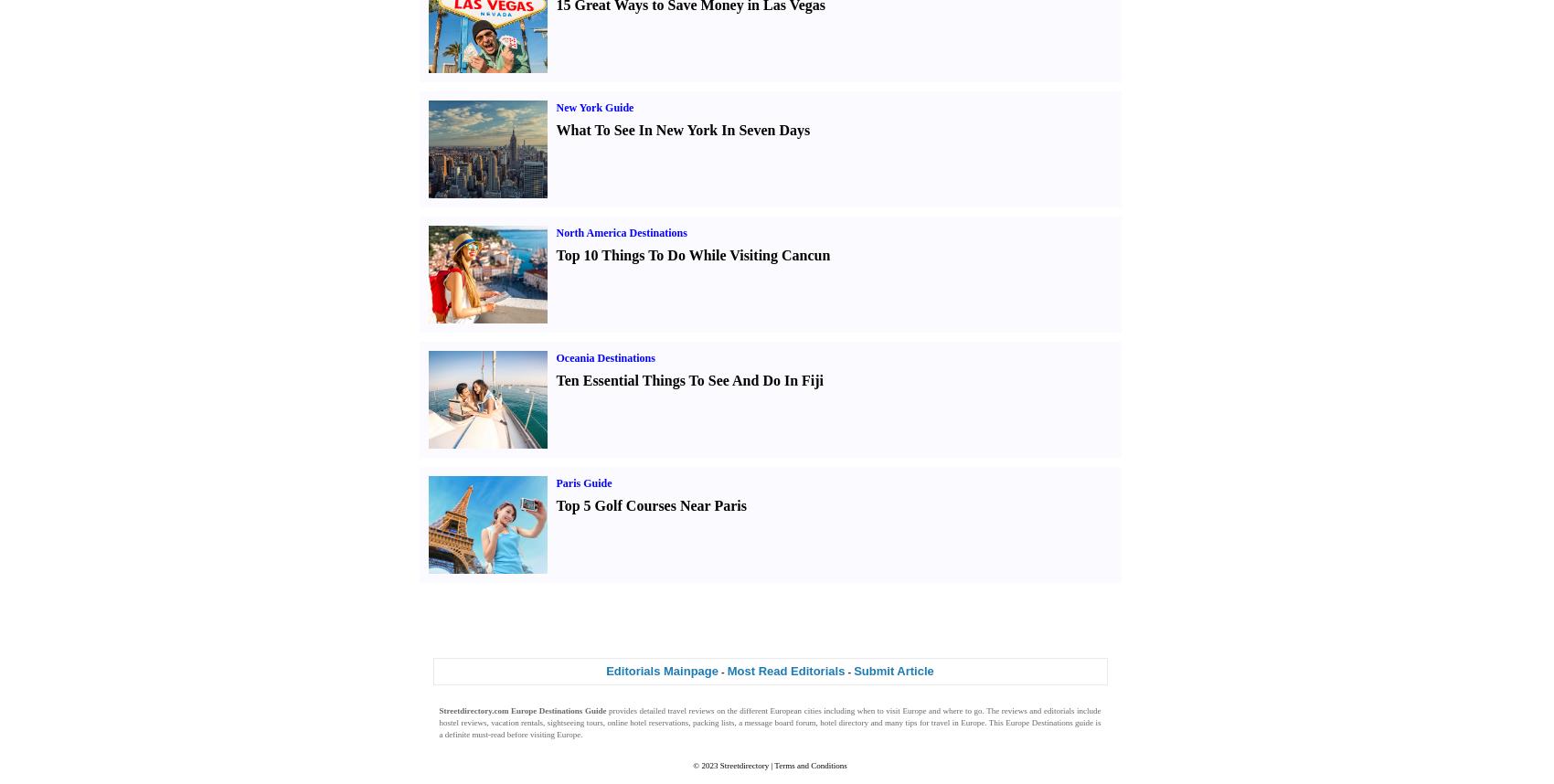 The height and width of the screenshot is (784, 1554). What do you see at coordinates (510, 711) in the screenshot?
I see `'Streetdirectory.com Europe Destinations'` at bounding box center [510, 711].